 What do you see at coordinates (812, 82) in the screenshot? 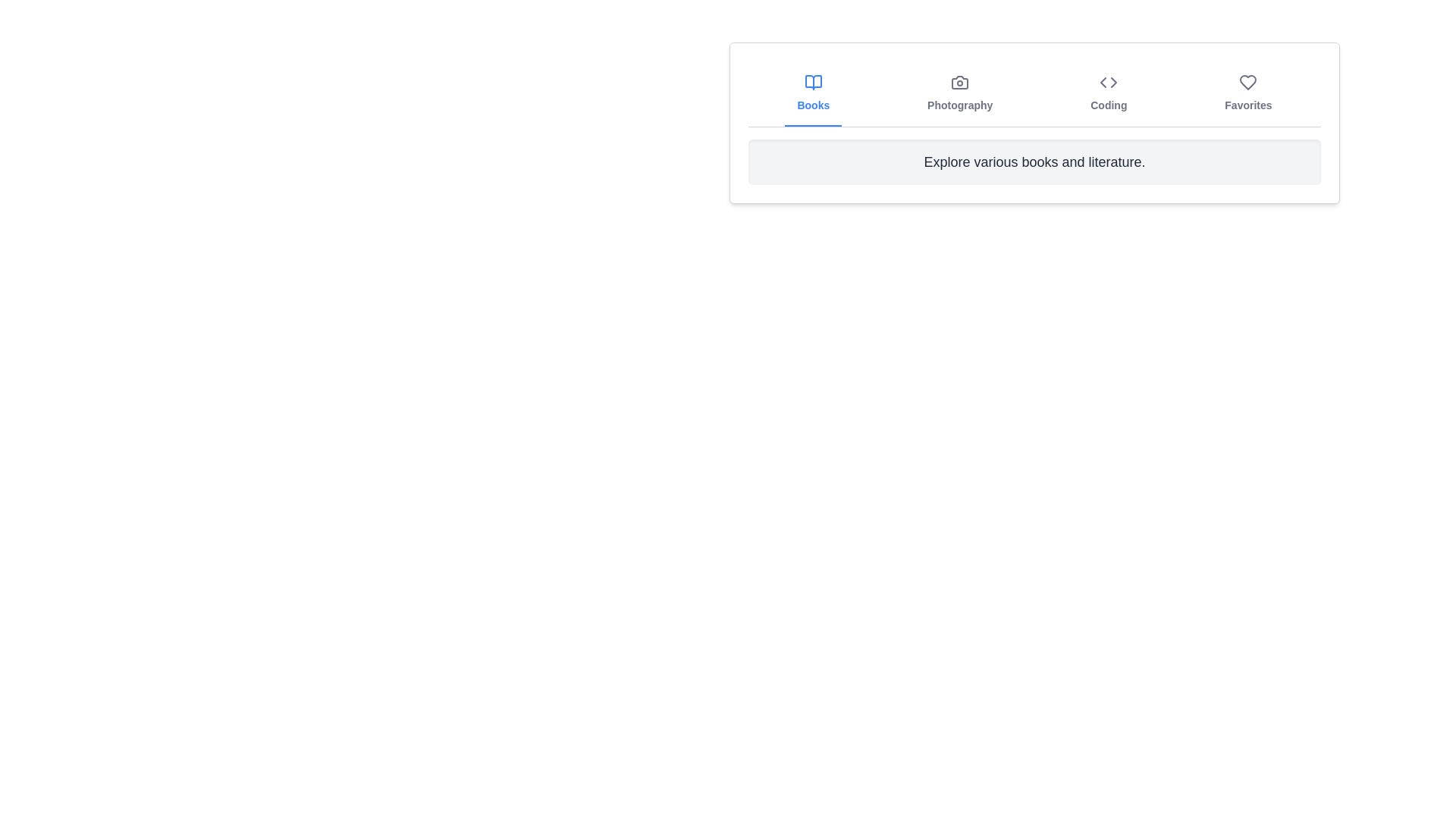
I see `the 'Books' category icon, which is centrally positioned above the text label 'Books' in the horizontal menu bar, and is the first icon in the group` at bounding box center [812, 82].